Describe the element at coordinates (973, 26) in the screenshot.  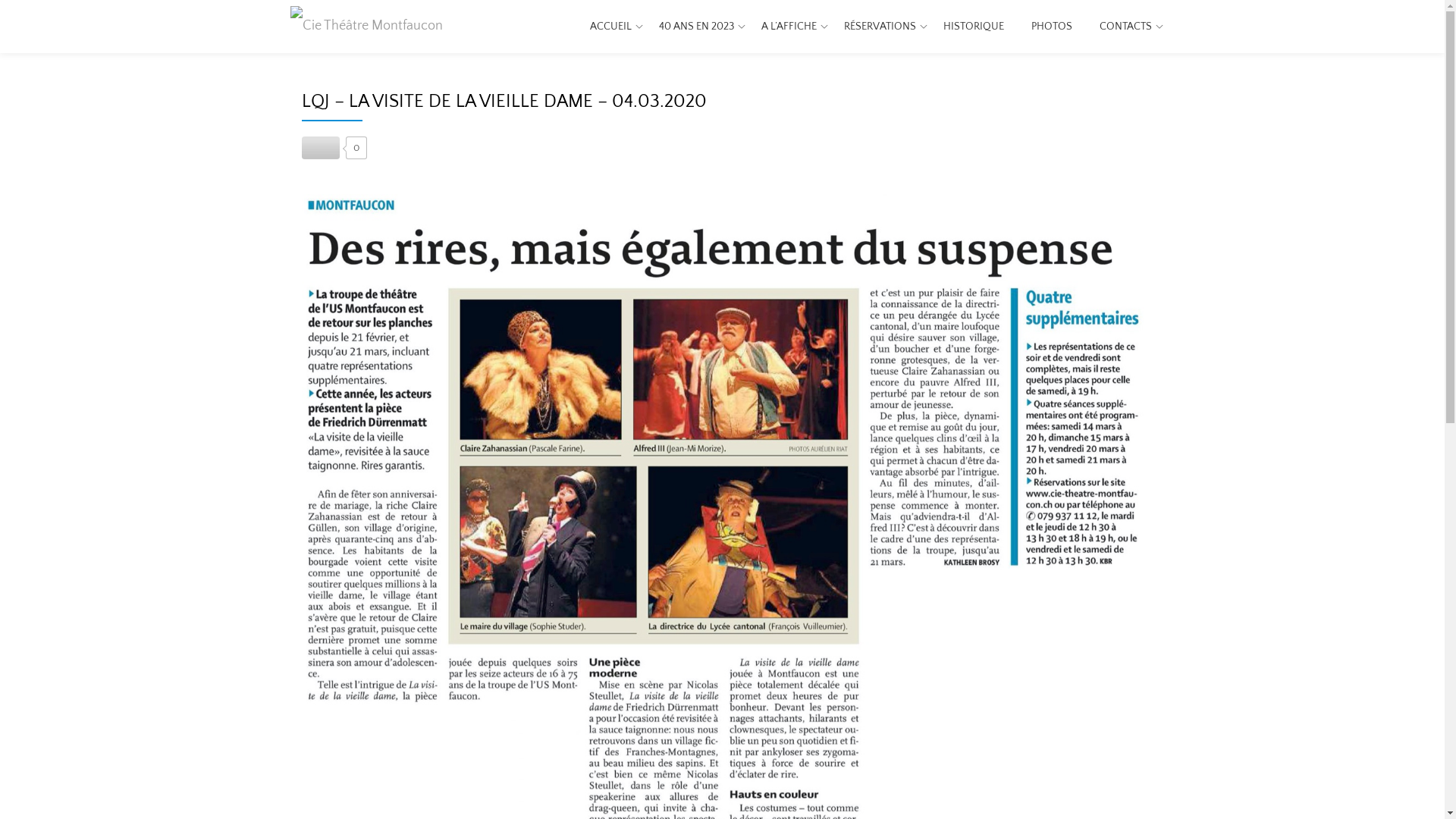
I see `'HISTORIQUE'` at that location.